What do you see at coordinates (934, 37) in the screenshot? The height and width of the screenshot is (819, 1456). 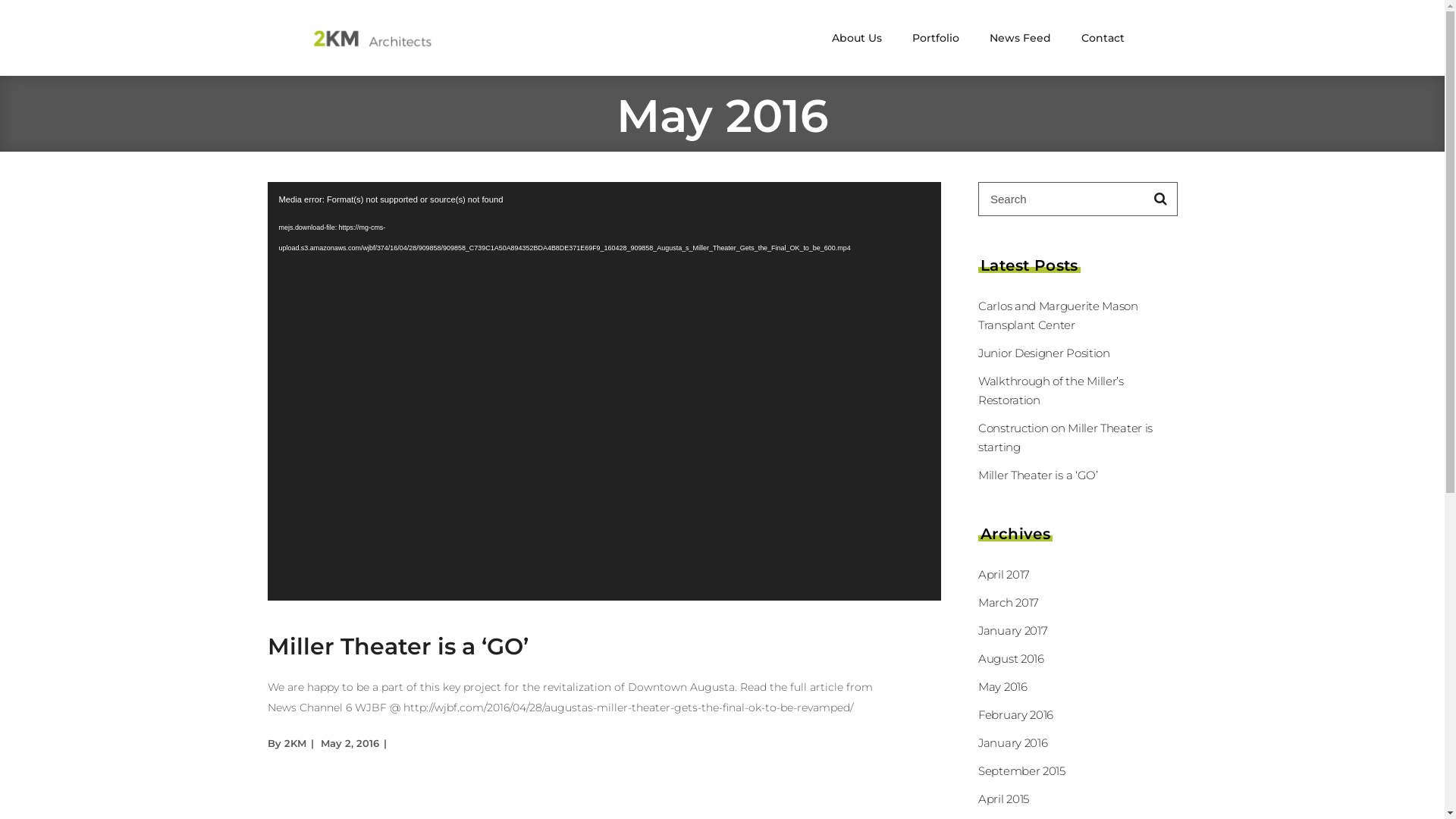 I see `'Portfolio'` at bounding box center [934, 37].